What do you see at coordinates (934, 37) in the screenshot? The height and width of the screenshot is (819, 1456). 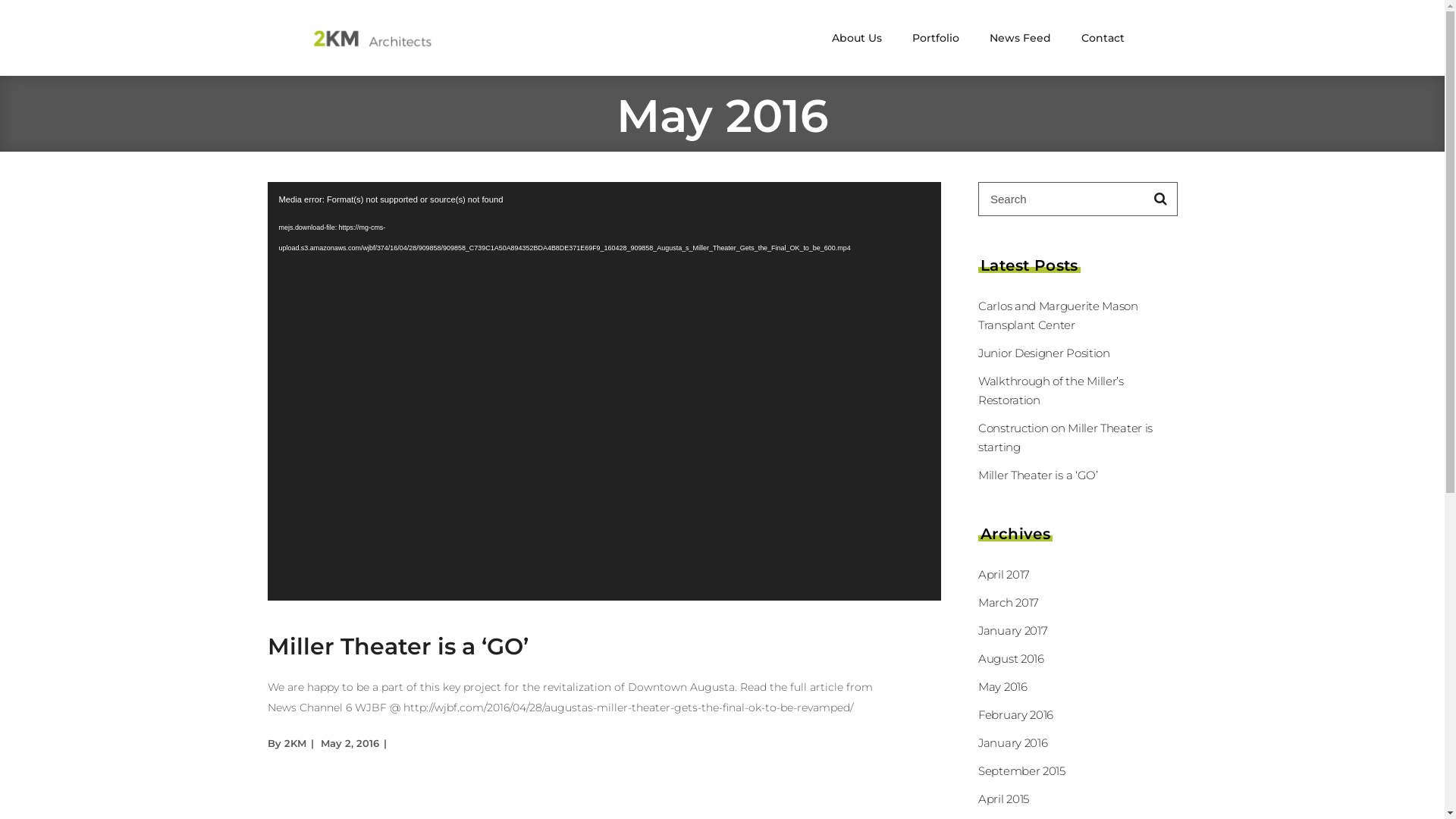 I see `'Portfolio'` at bounding box center [934, 37].